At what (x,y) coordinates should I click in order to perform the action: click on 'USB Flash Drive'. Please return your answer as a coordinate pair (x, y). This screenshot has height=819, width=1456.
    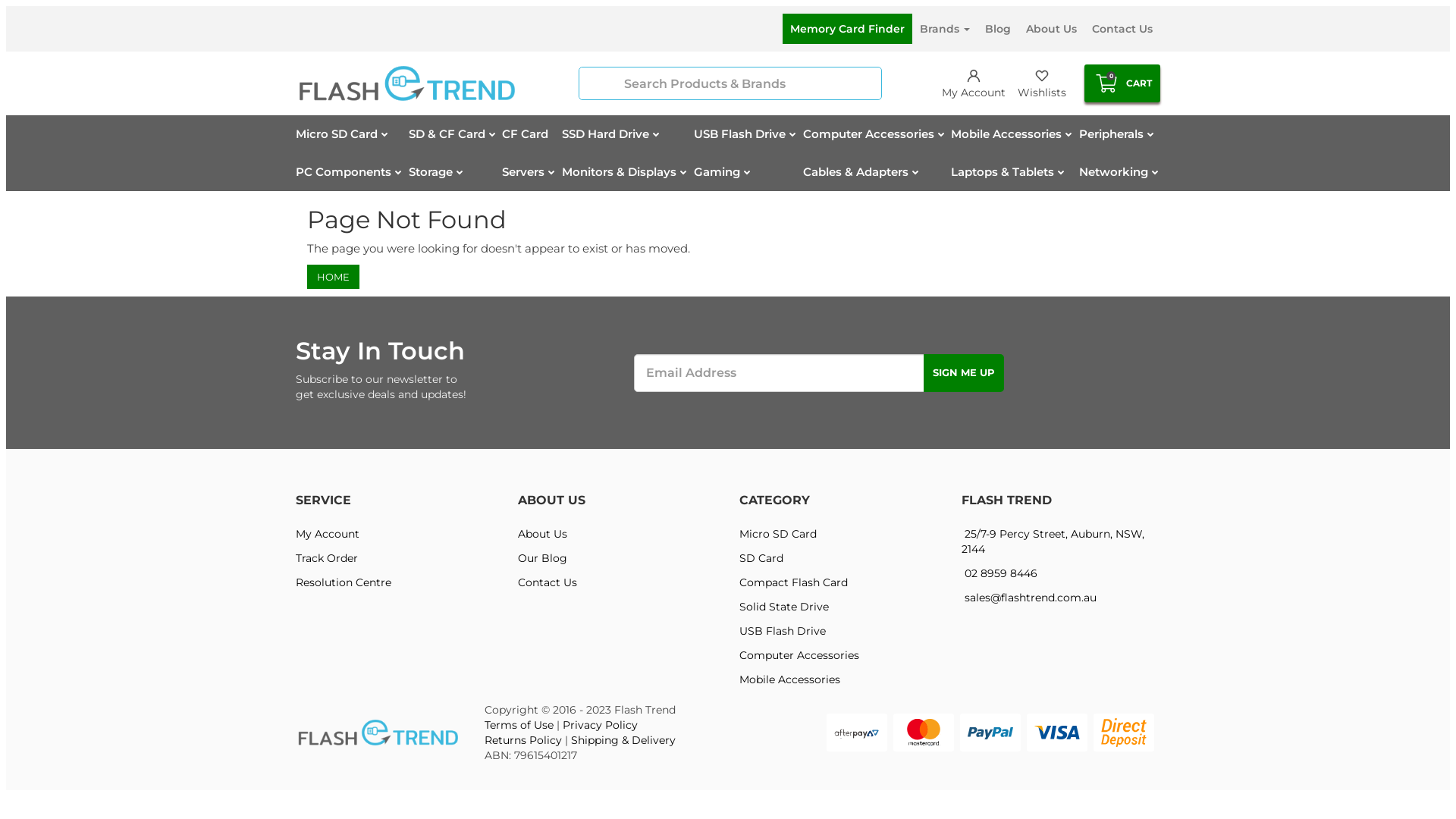
    Looking at the image, I should click on (838, 631).